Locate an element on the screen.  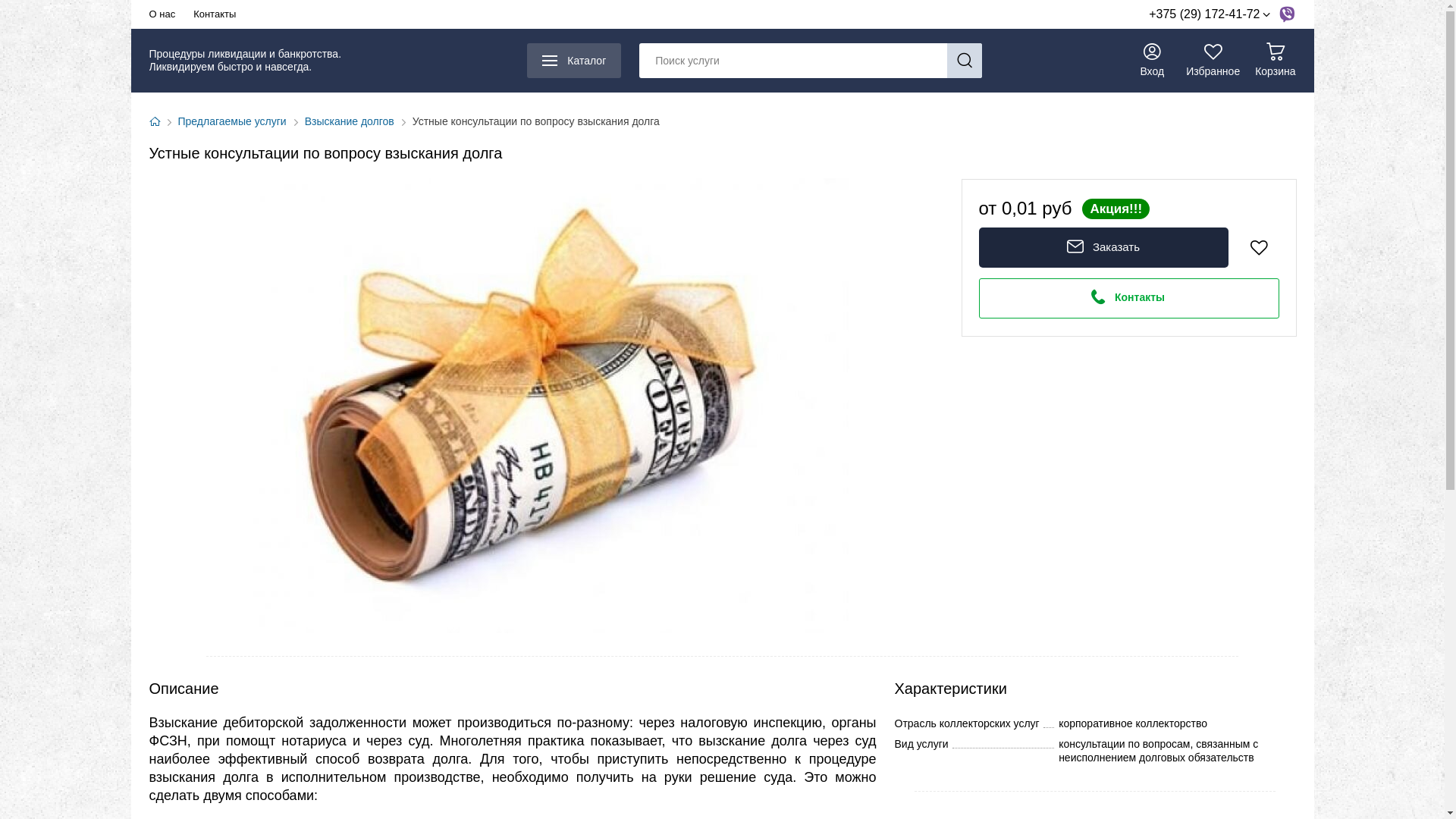
'Viber' is located at coordinates (1285, 14).